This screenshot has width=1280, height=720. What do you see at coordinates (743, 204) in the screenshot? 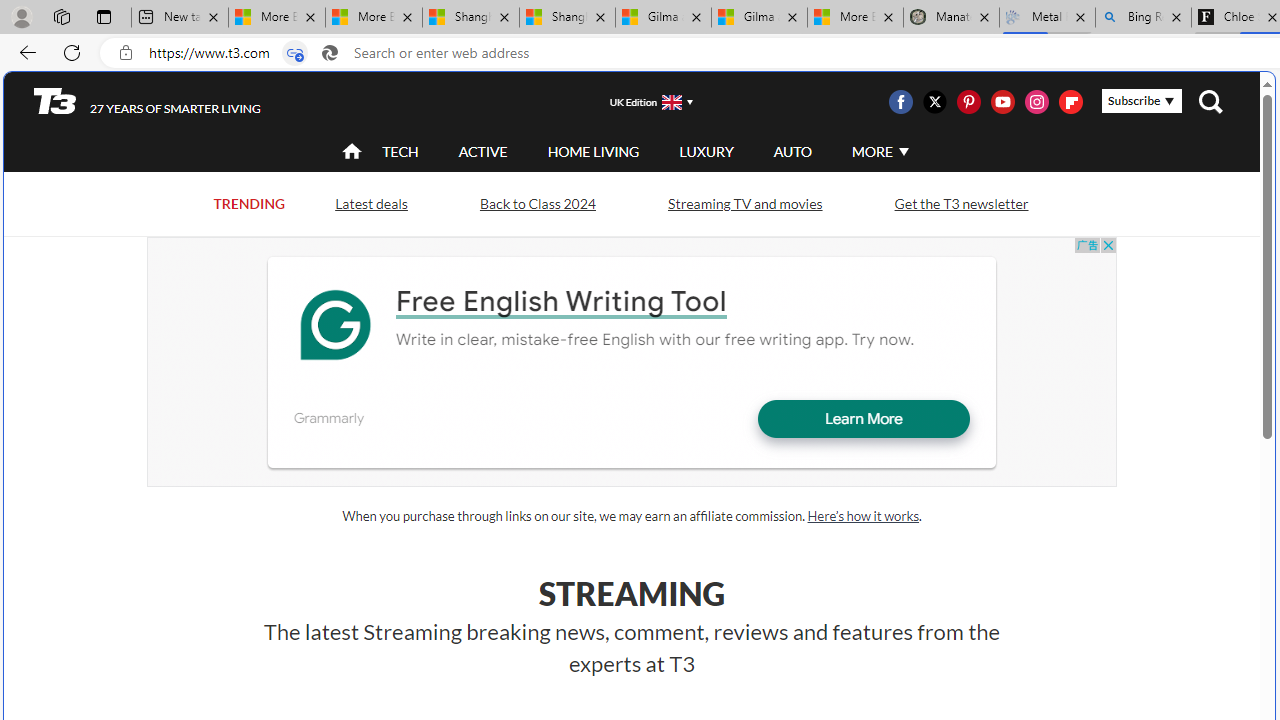
I see `'Streaming TV and movies'` at bounding box center [743, 204].